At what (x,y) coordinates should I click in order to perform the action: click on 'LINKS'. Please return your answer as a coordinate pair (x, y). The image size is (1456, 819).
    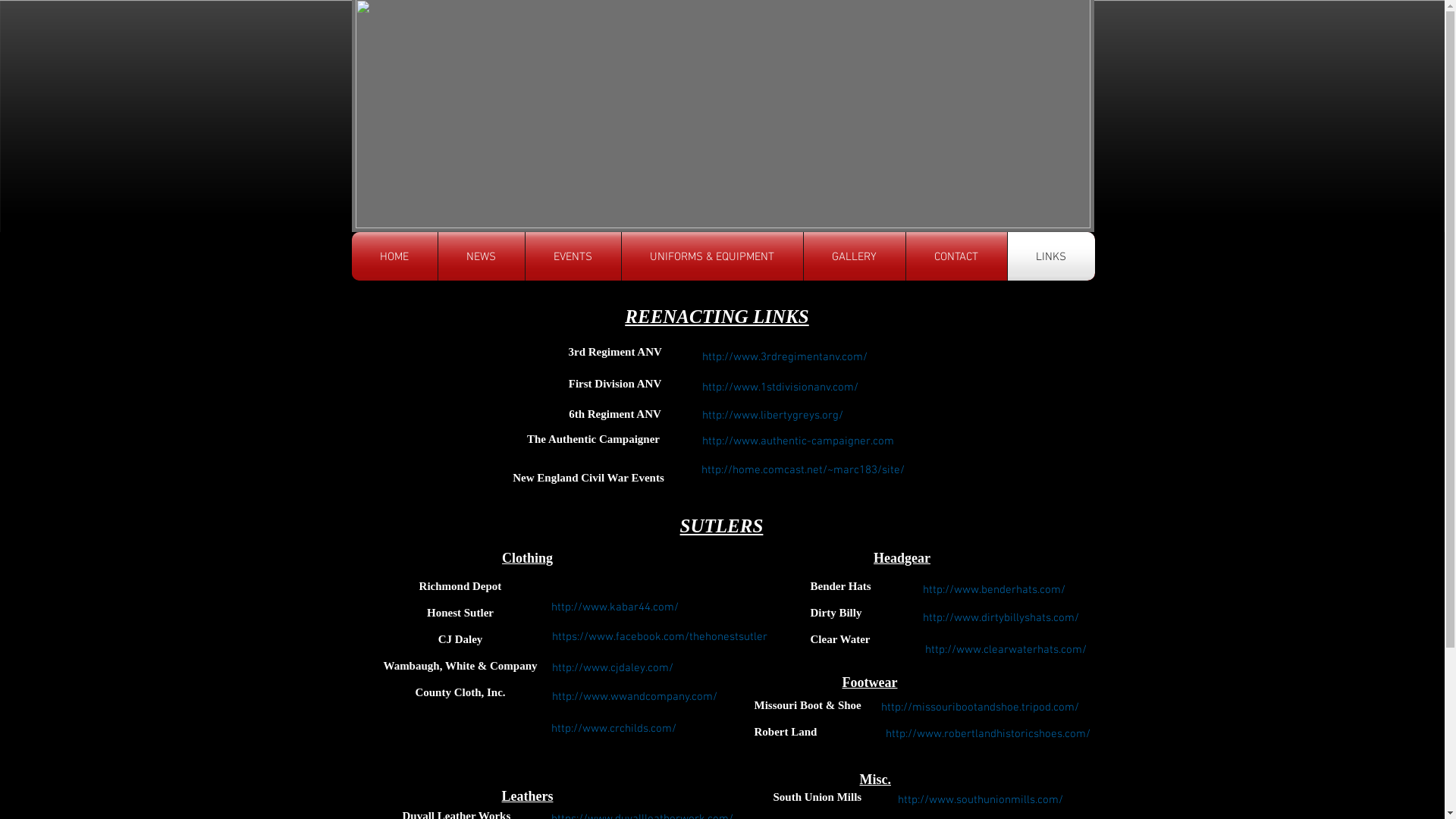
    Looking at the image, I should click on (1050, 256).